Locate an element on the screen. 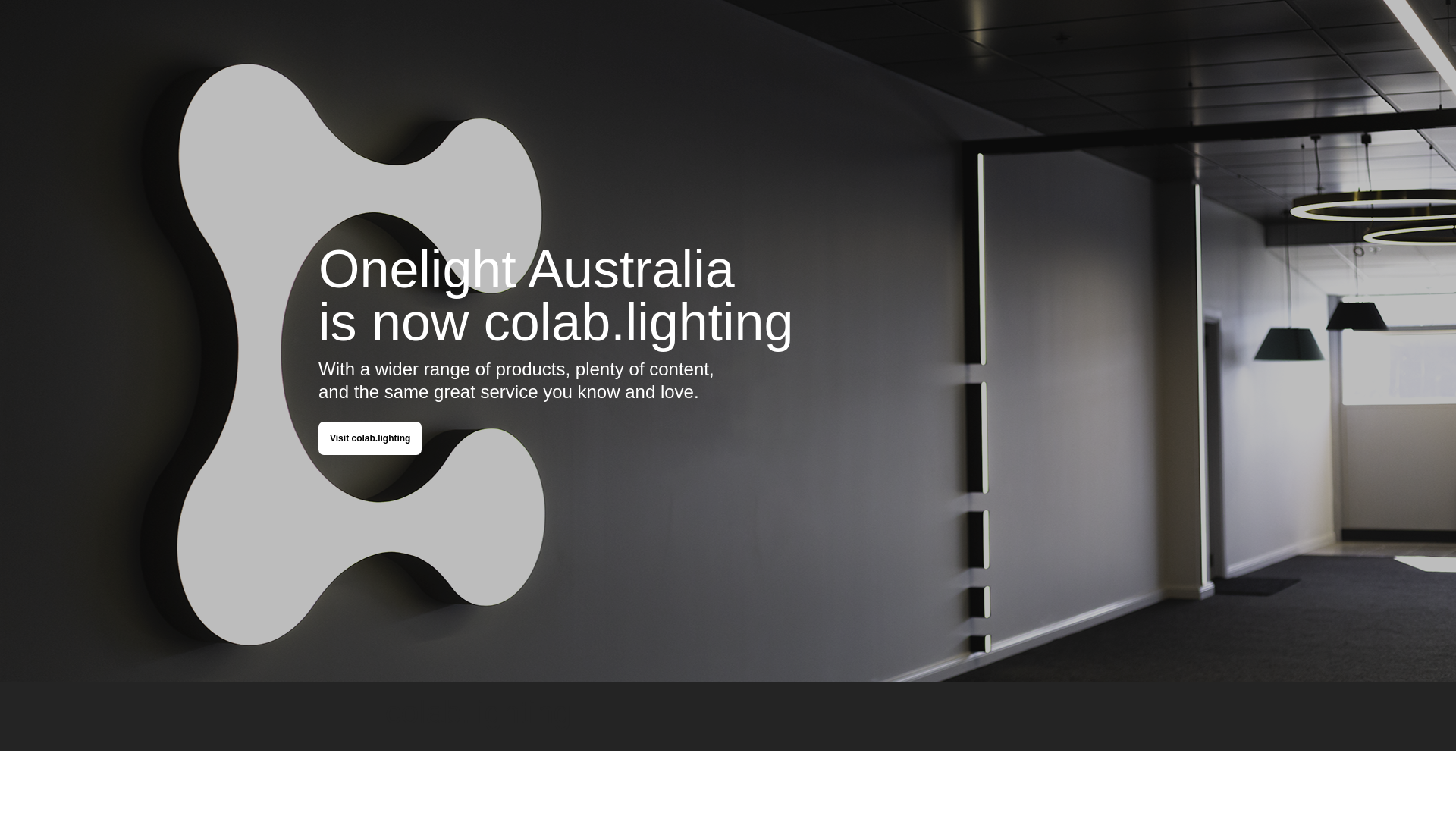  'Visit colab.lighting' is located at coordinates (370, 438).